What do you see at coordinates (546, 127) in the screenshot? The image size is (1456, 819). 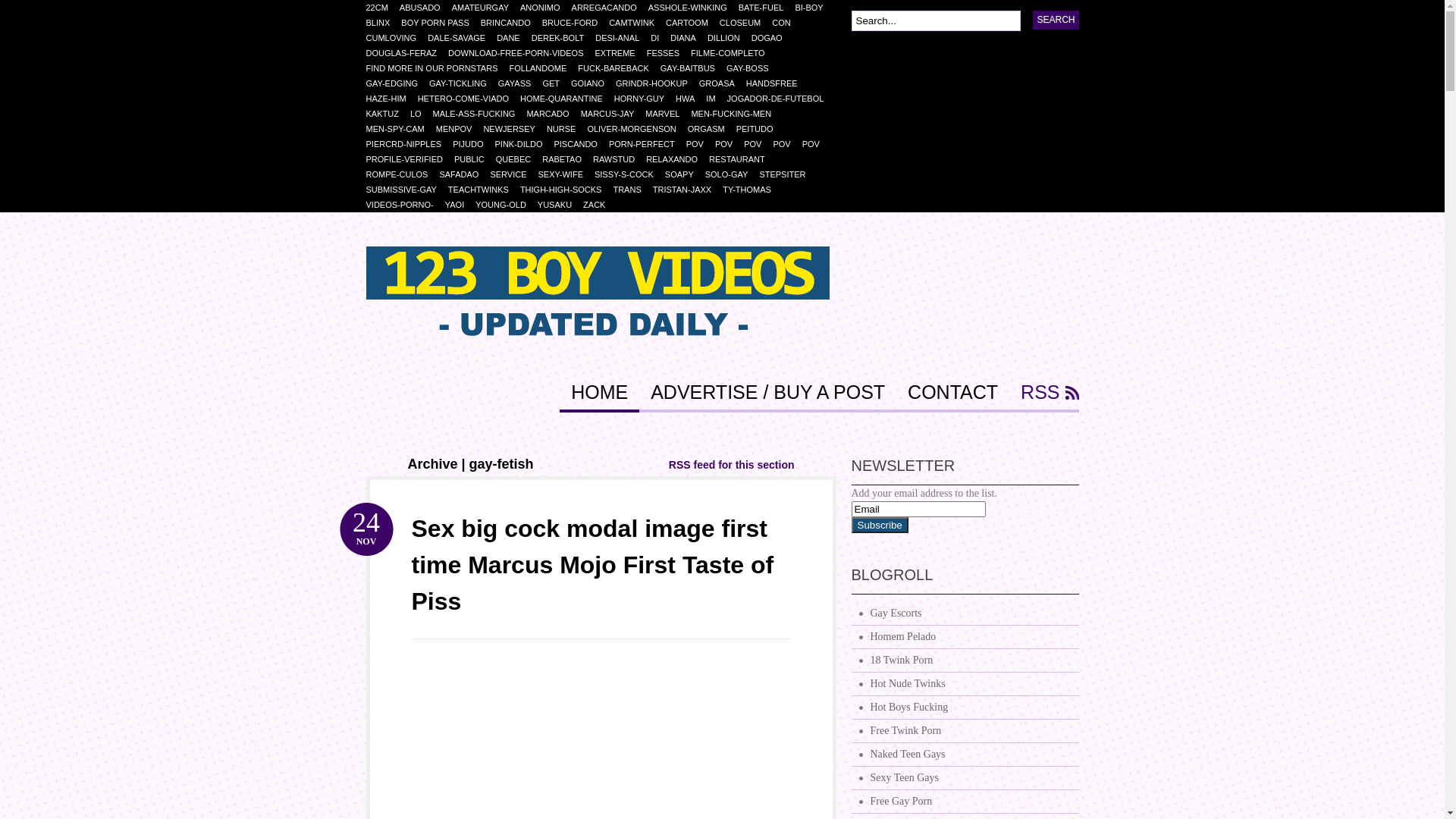 I see `'NURSE'` at bounding box center [546, 127].